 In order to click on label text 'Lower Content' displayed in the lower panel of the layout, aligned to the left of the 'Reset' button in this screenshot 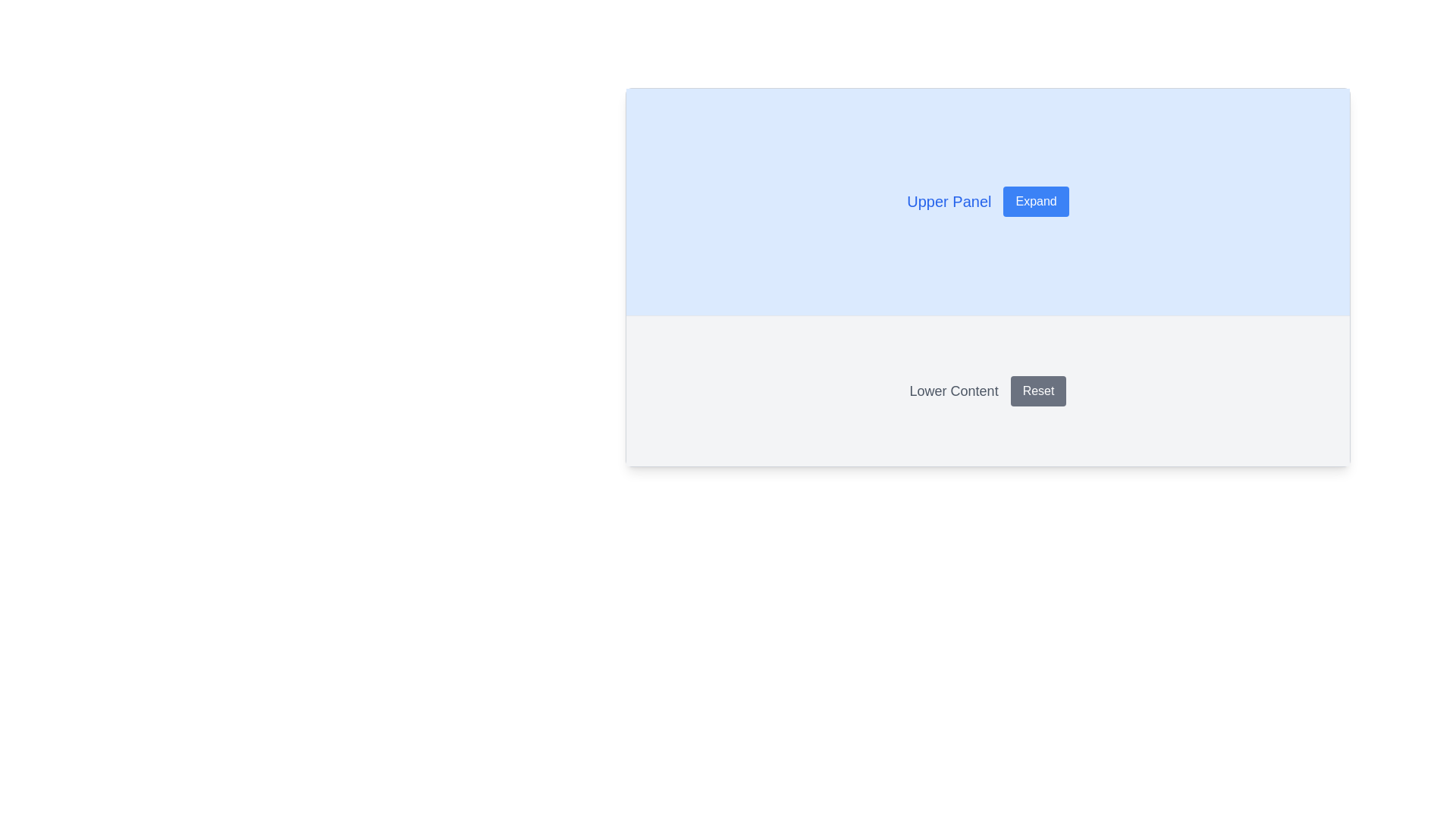, I will do `click(953, 390)`.